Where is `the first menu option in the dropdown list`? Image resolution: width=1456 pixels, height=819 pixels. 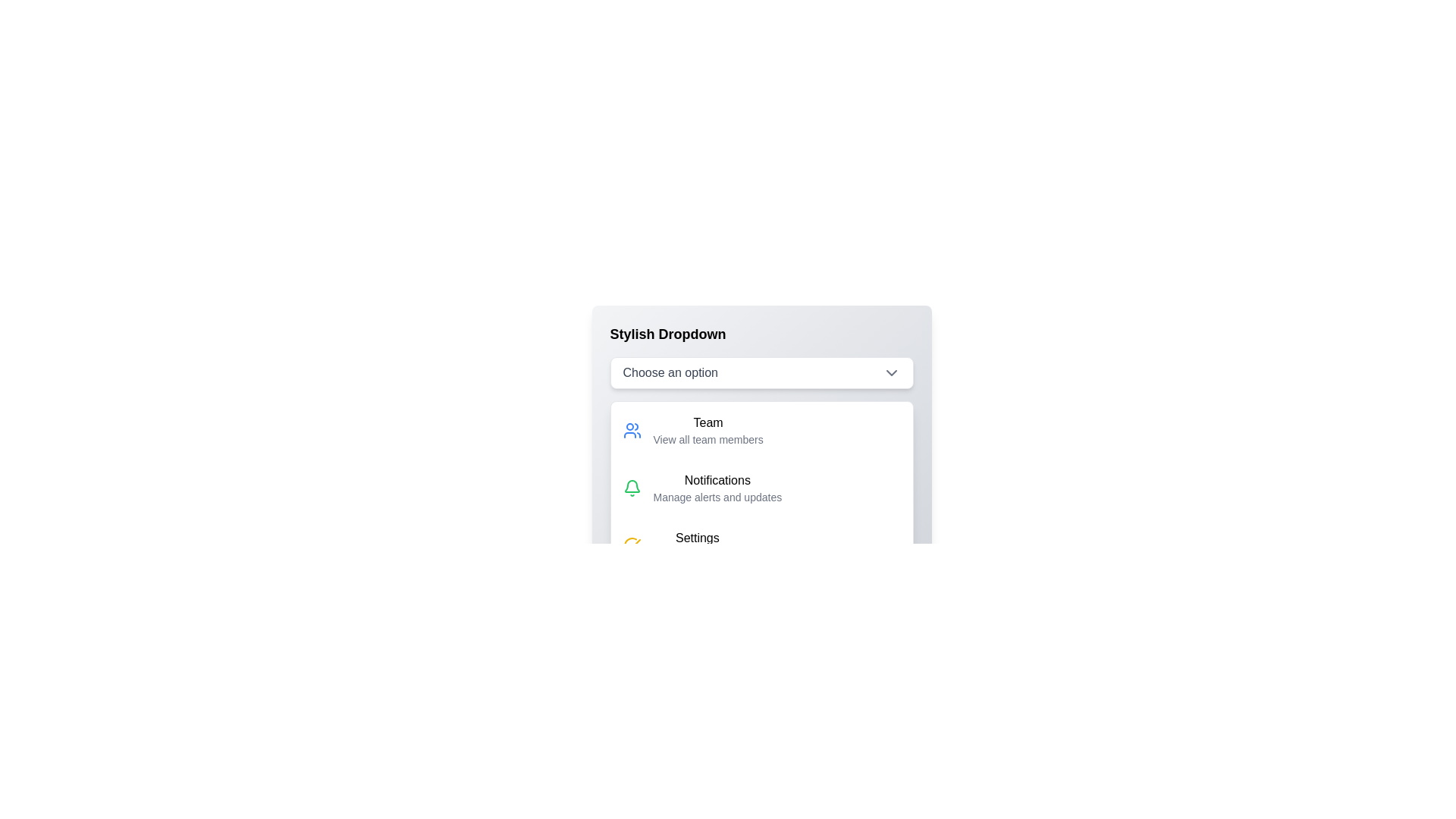 the first menu option in the dropdown list is located at coordinates (761, 430).